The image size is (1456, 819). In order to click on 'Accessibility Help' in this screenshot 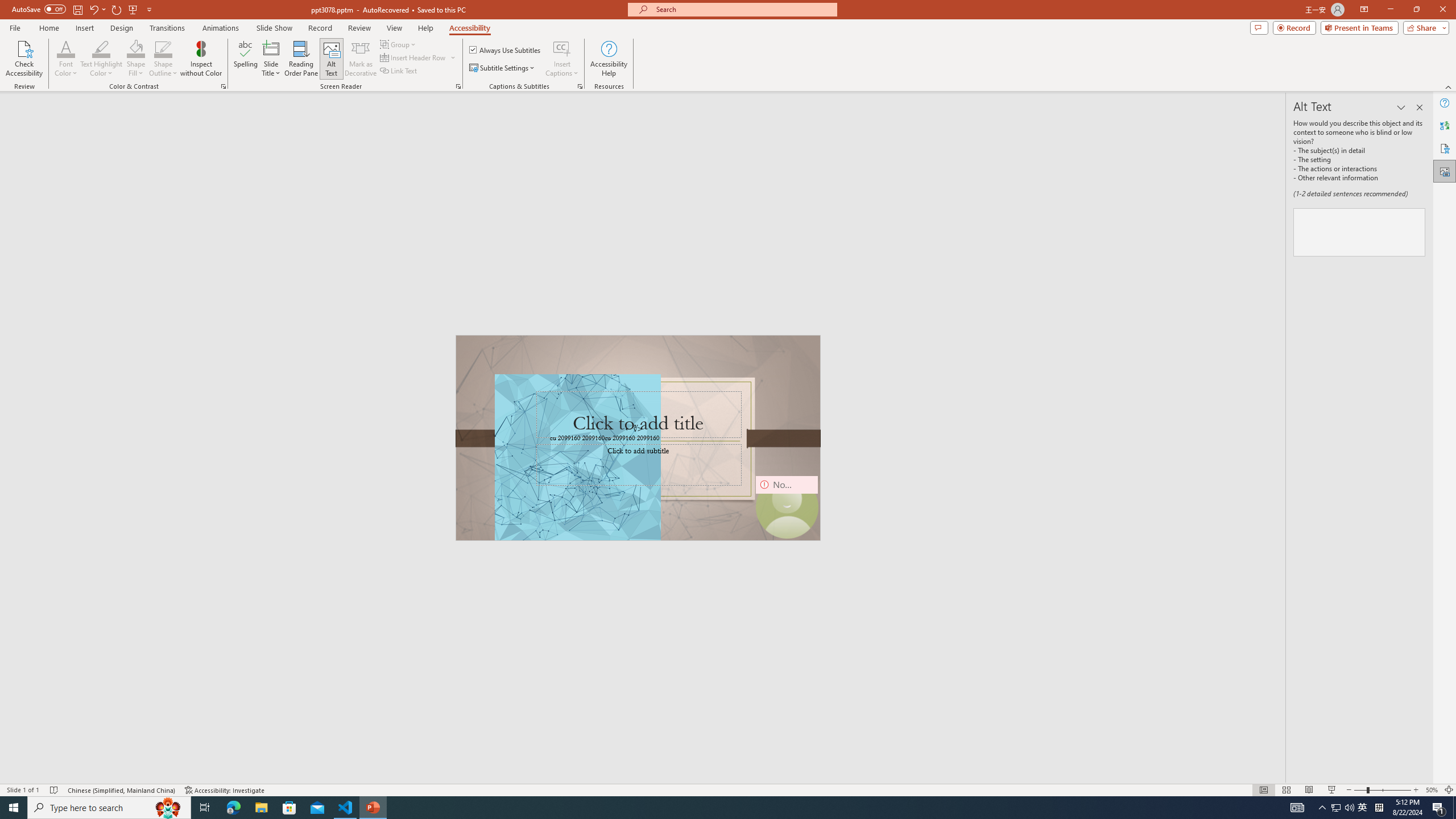, I will do `click(609, 59)`.